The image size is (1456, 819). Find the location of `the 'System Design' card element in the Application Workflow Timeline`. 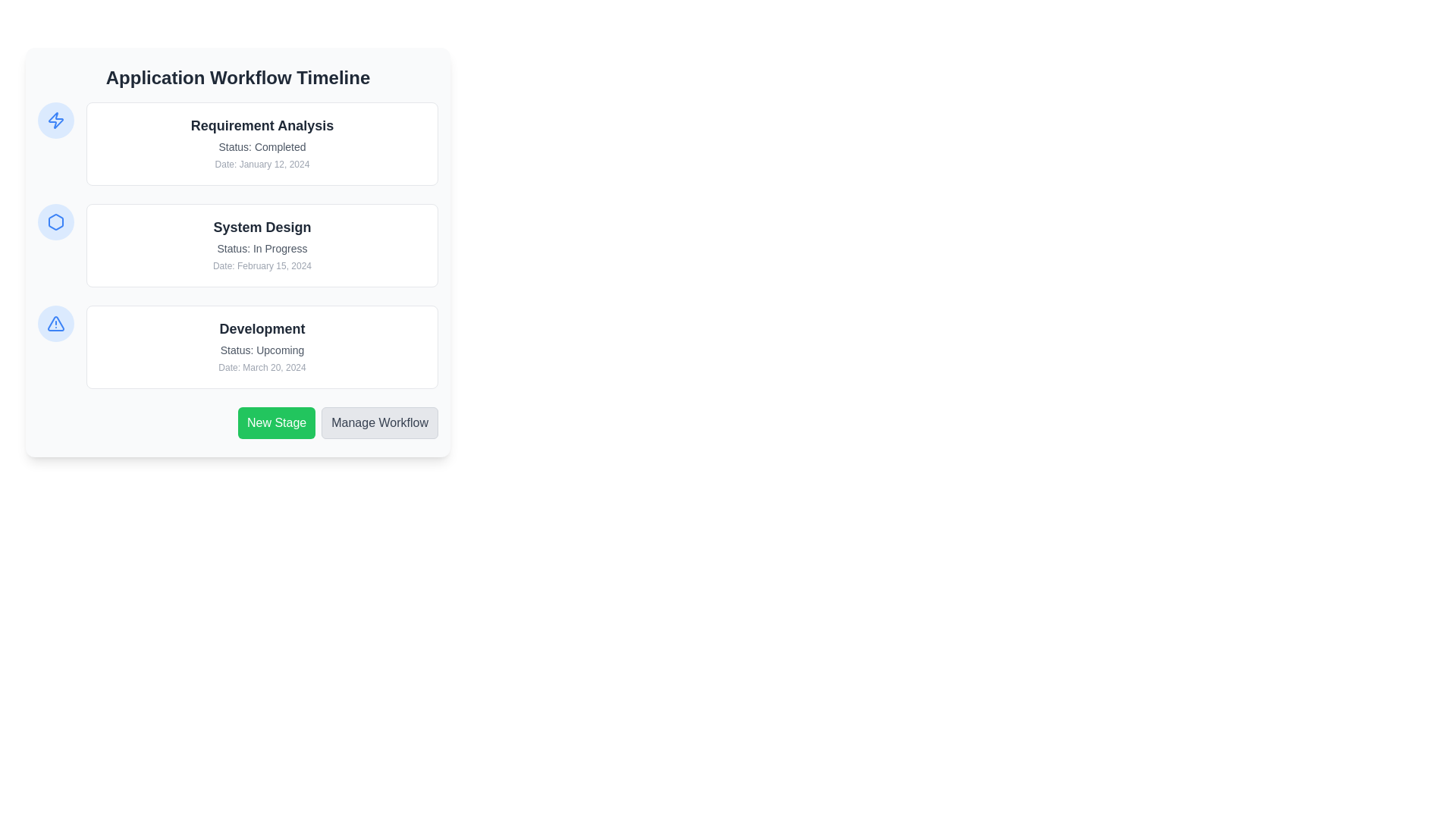

the 'System Design' card element in the Application Workflow Timeline is located at coordinates (237, 245).